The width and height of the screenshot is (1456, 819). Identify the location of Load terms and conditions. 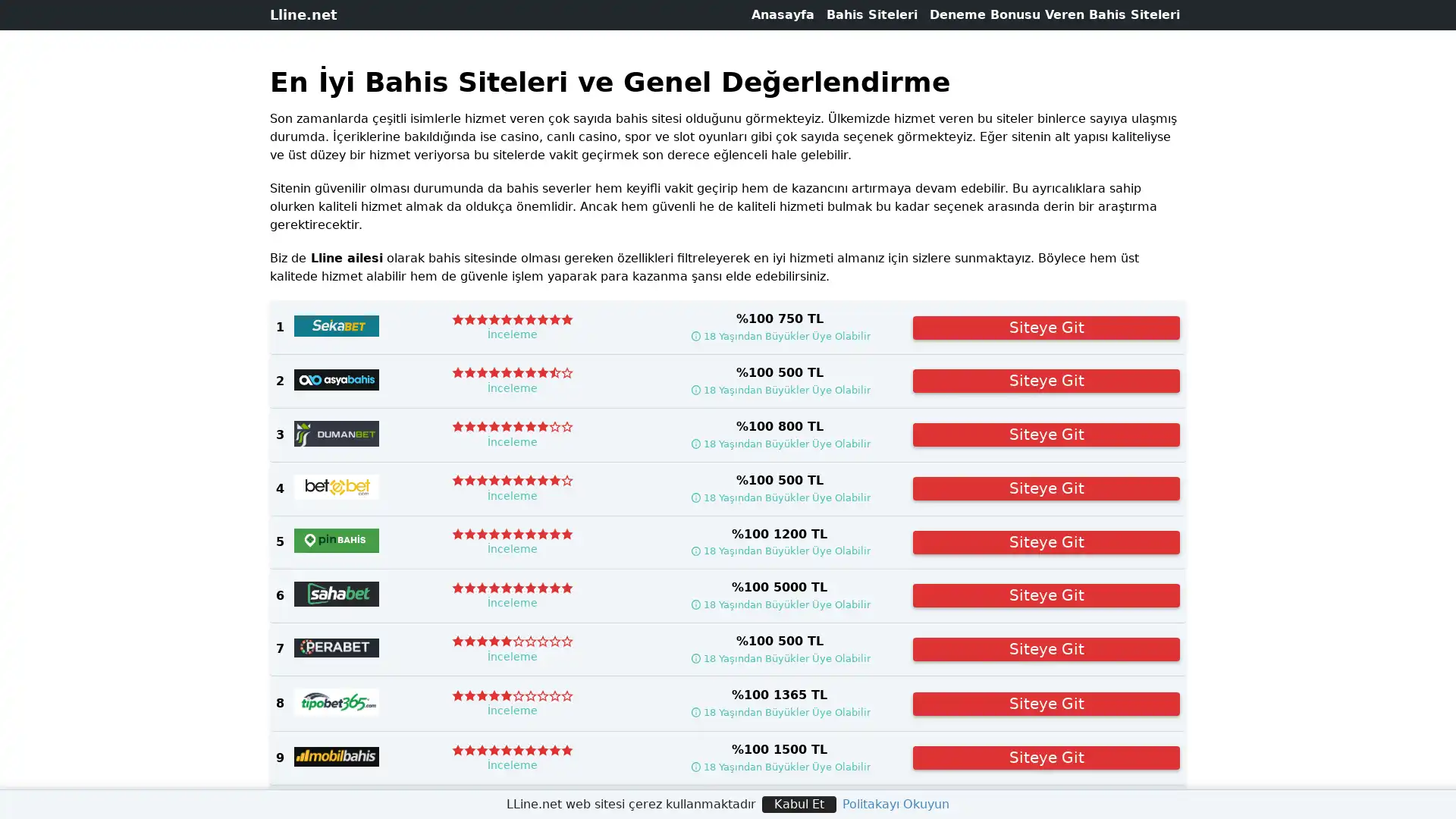
(779, 335).